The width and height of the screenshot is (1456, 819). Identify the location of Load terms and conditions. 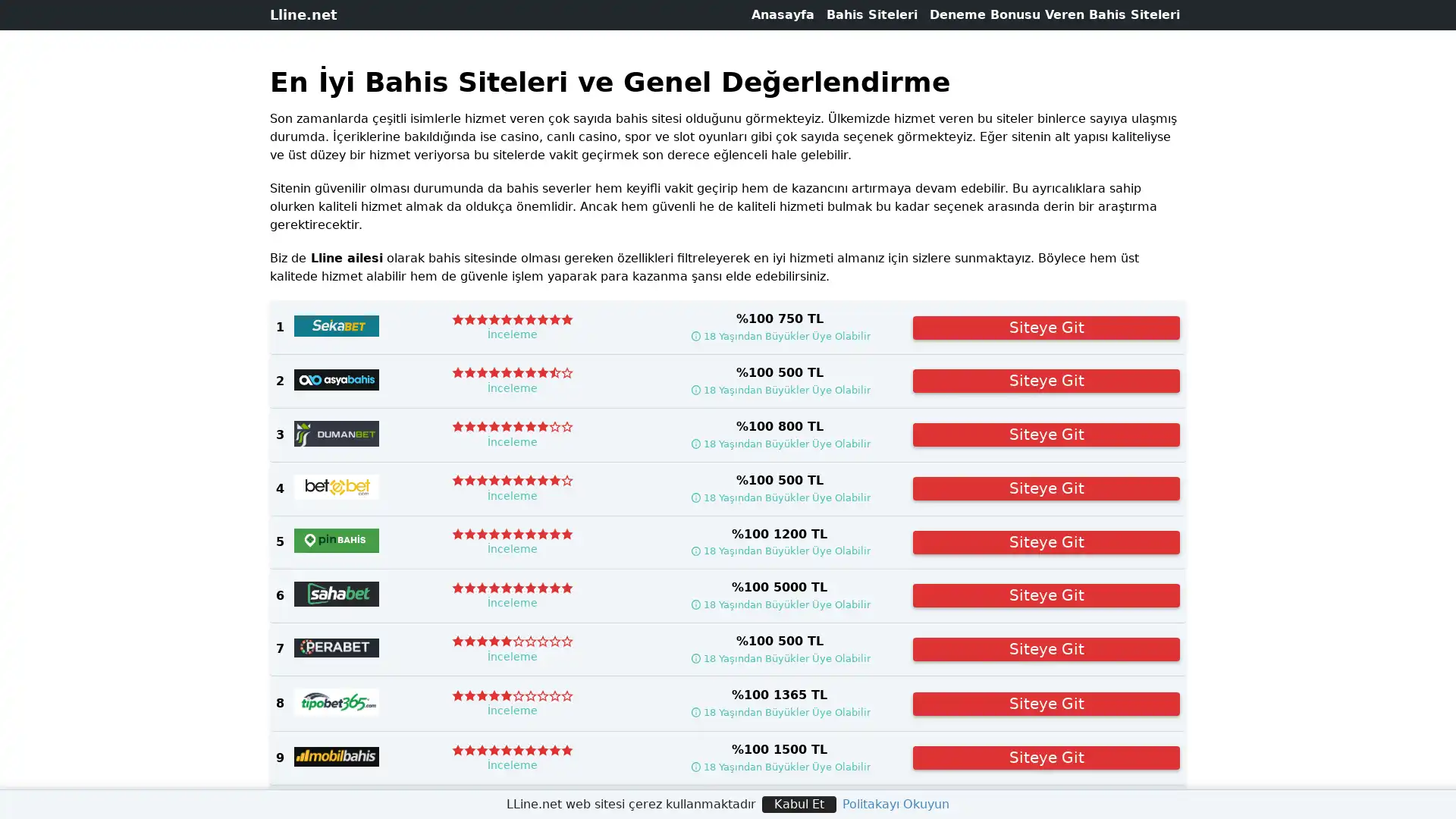
(779, 335).